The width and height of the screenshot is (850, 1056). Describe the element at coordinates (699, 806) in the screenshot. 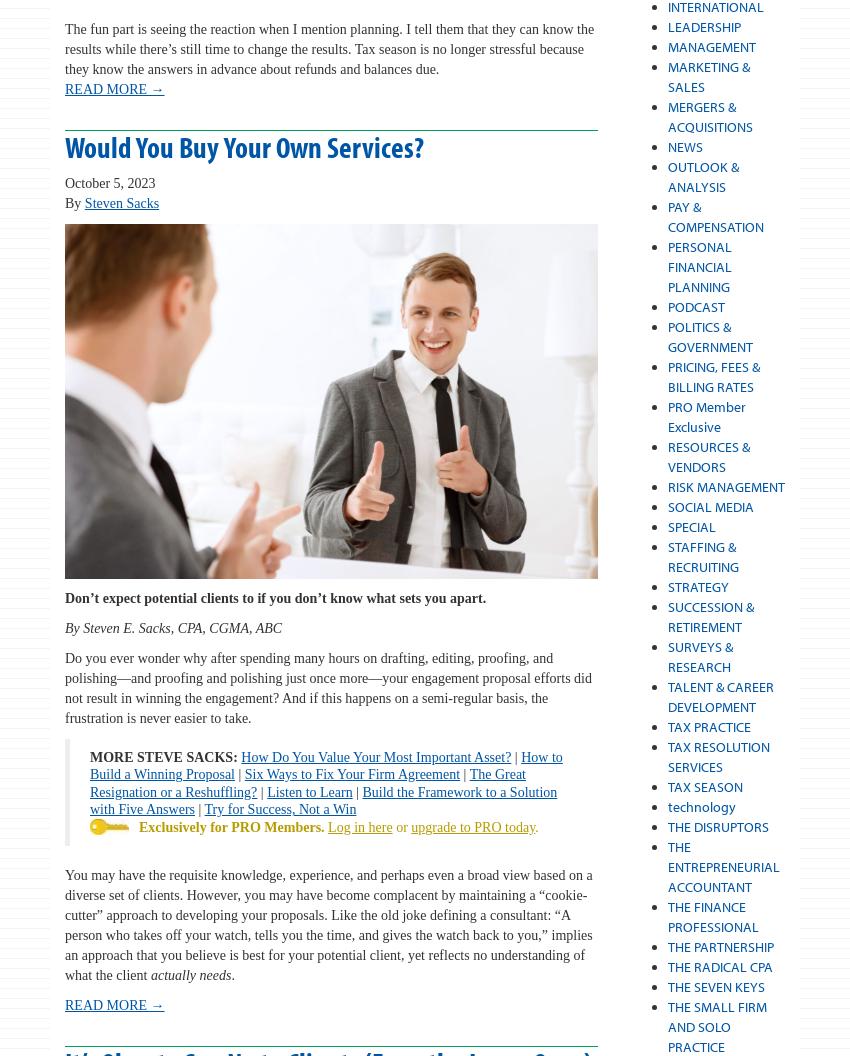

I see `'technology'` at that location.